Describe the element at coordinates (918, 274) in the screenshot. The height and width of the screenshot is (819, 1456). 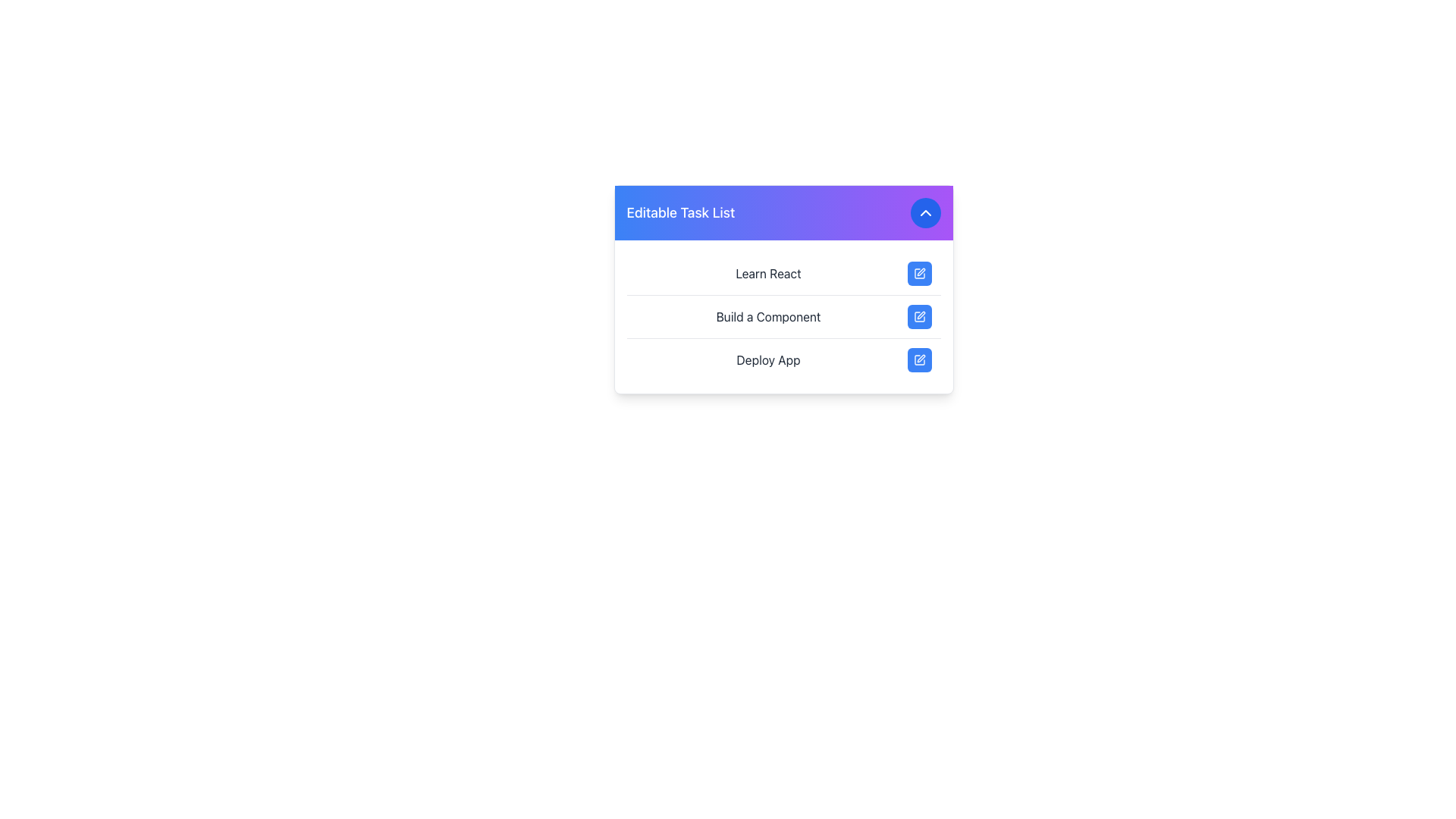
I see `the small square button with a blue background and a white pen icon located to the right of the 'Learn React' text in the 'Editable Task List'` at that location.